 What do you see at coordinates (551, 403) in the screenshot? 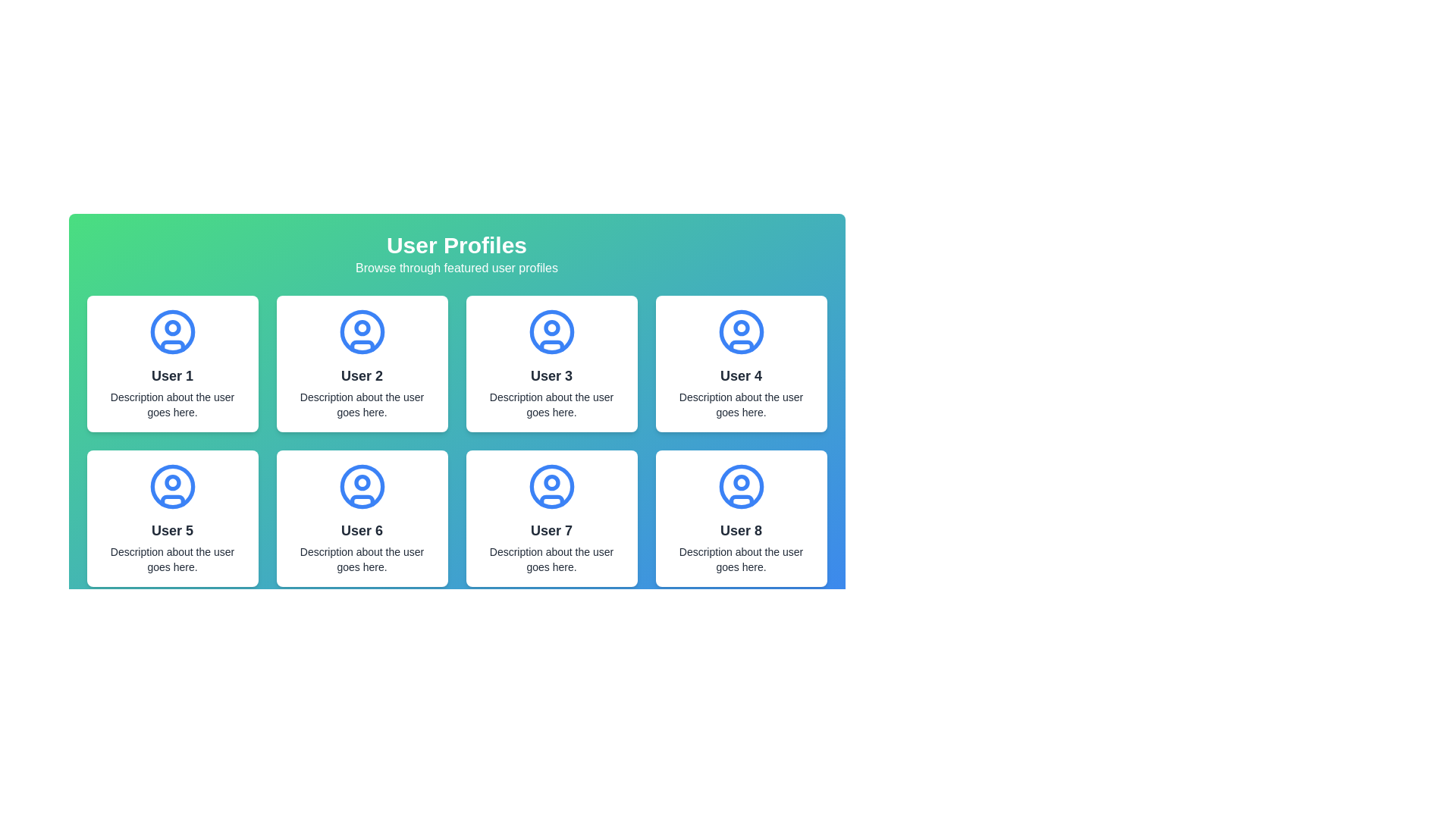
I see `the text label that contains the content 'Description about the user goes here.' which is styled as a smaller caption-like font and is located beneath the name 'User 3'` at bounding box center [551, 403].